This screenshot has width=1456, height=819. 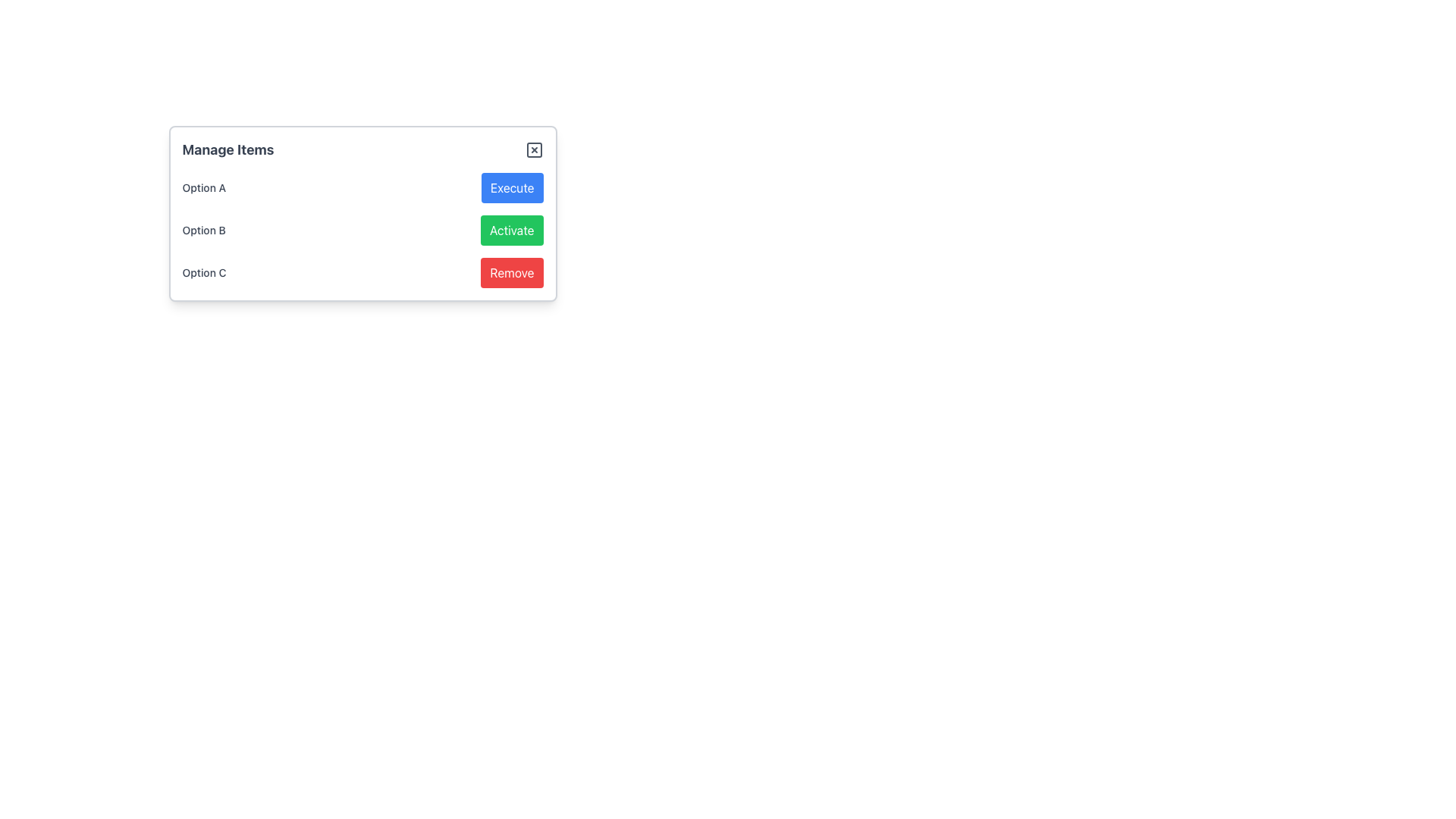 What do you see at coordinates (203, 271) in the screenshot?
I see `the text label that identifies an option within the 'Manage Items' section, specifically the third entry in the list, located below 'Option B'` at bounding box center [203, 271].